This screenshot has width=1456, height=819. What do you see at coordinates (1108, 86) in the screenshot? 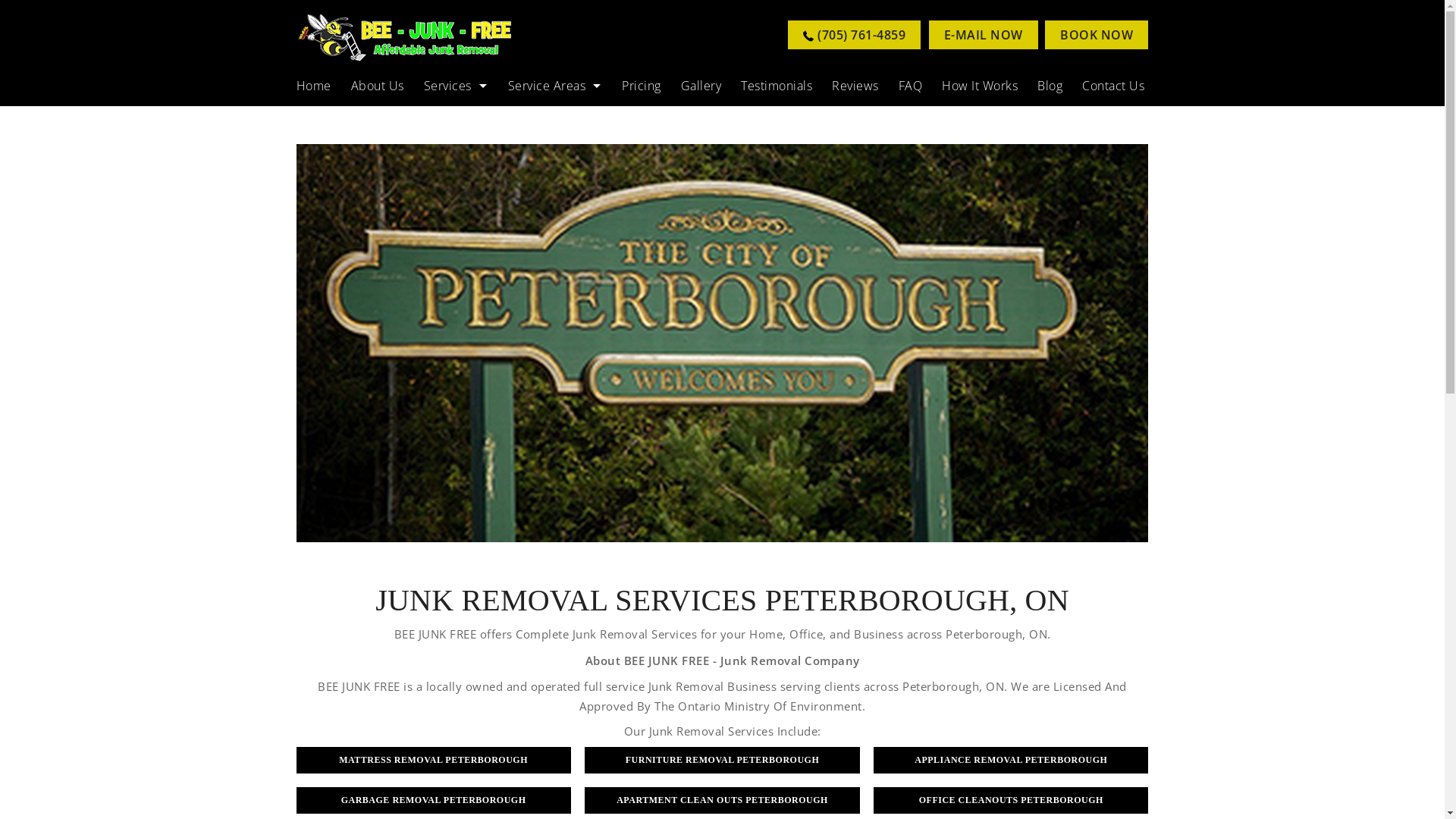
I see `'Contact Us'` at bounding box center [1108, 86].